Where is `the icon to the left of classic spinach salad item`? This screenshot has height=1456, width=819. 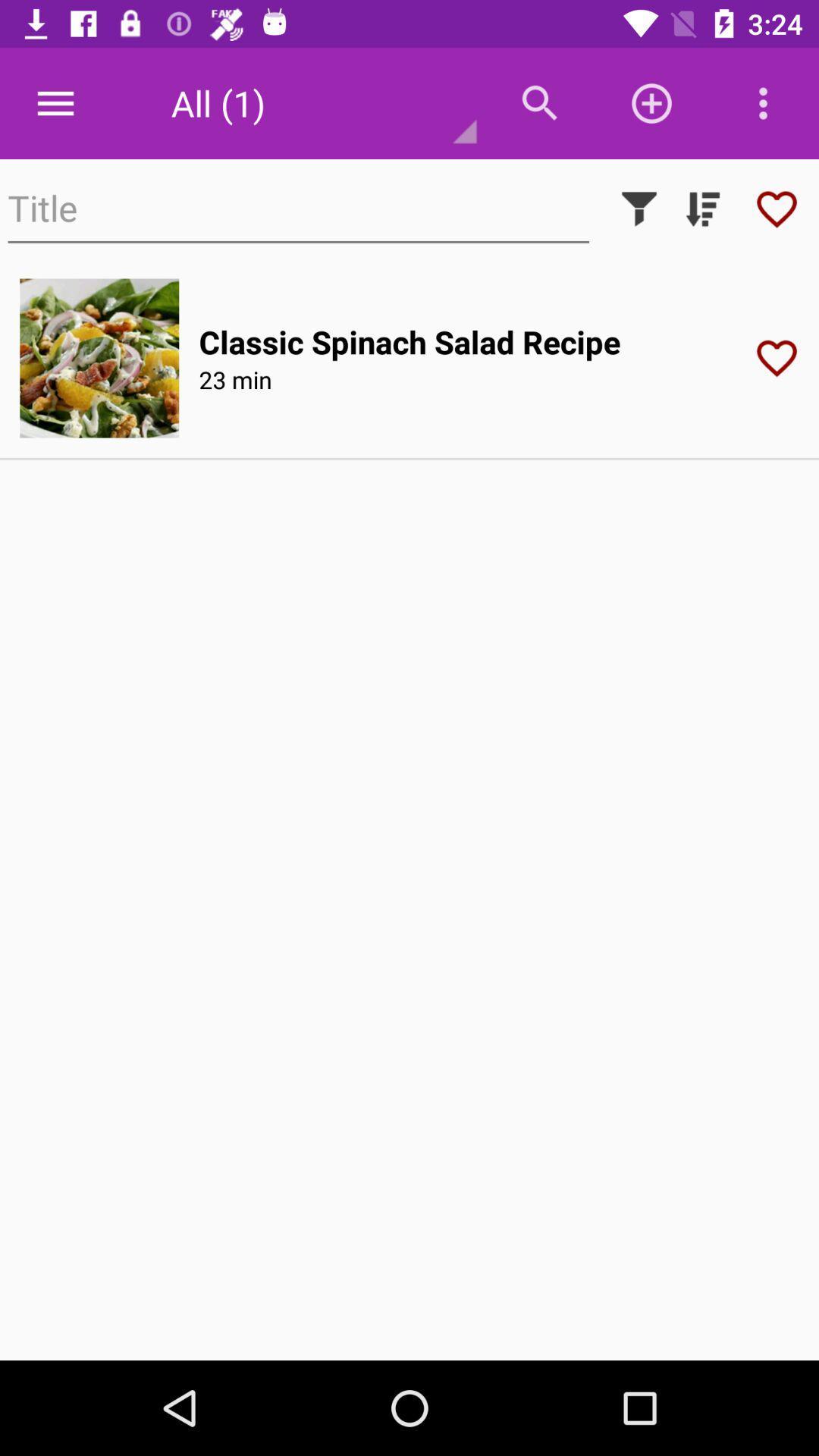
the icon to the left of classic spinach salad item is located at coordinates (99, 357).